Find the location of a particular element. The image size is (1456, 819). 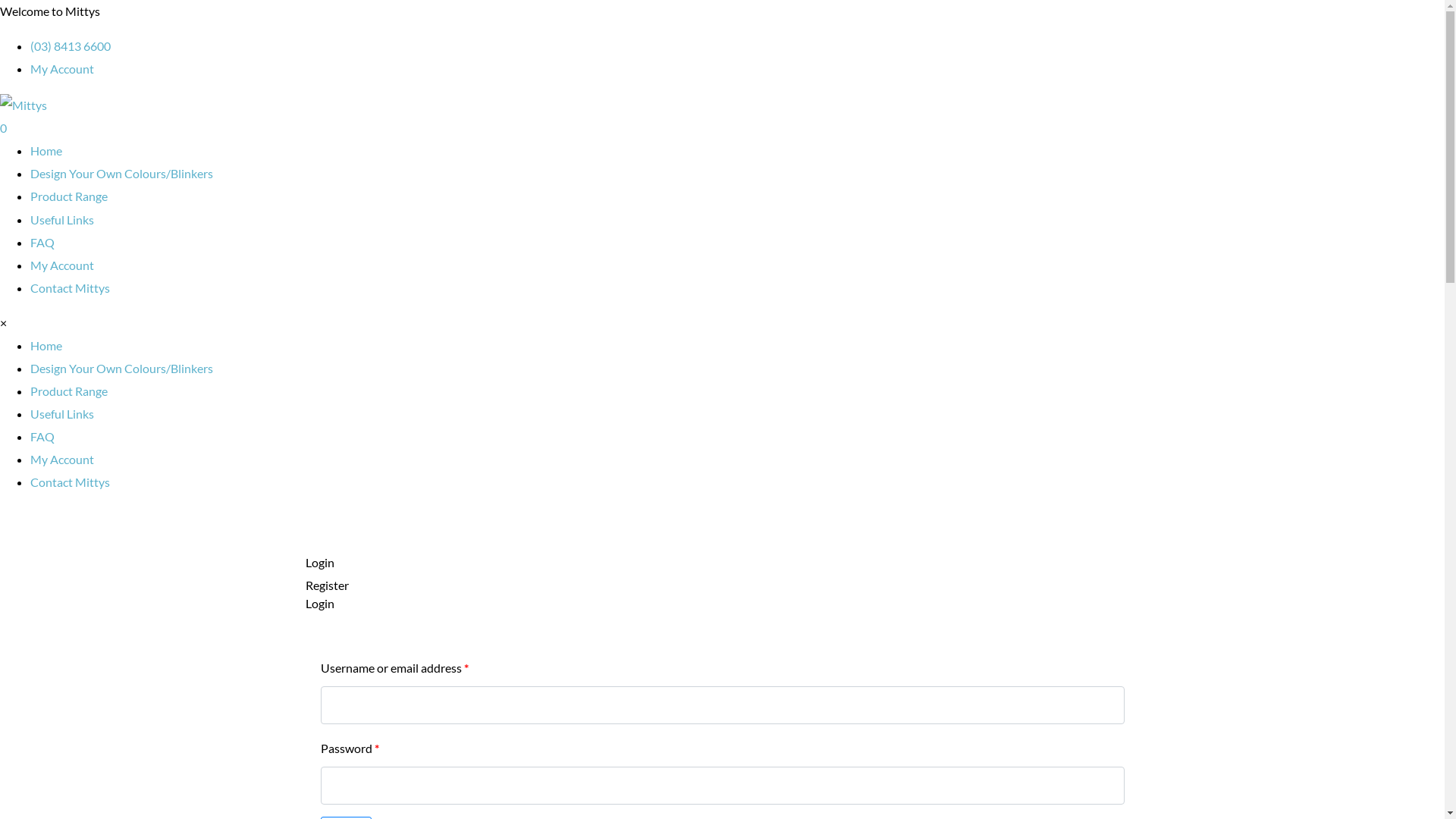

'FAQ' is located at coordinates (42, 241).